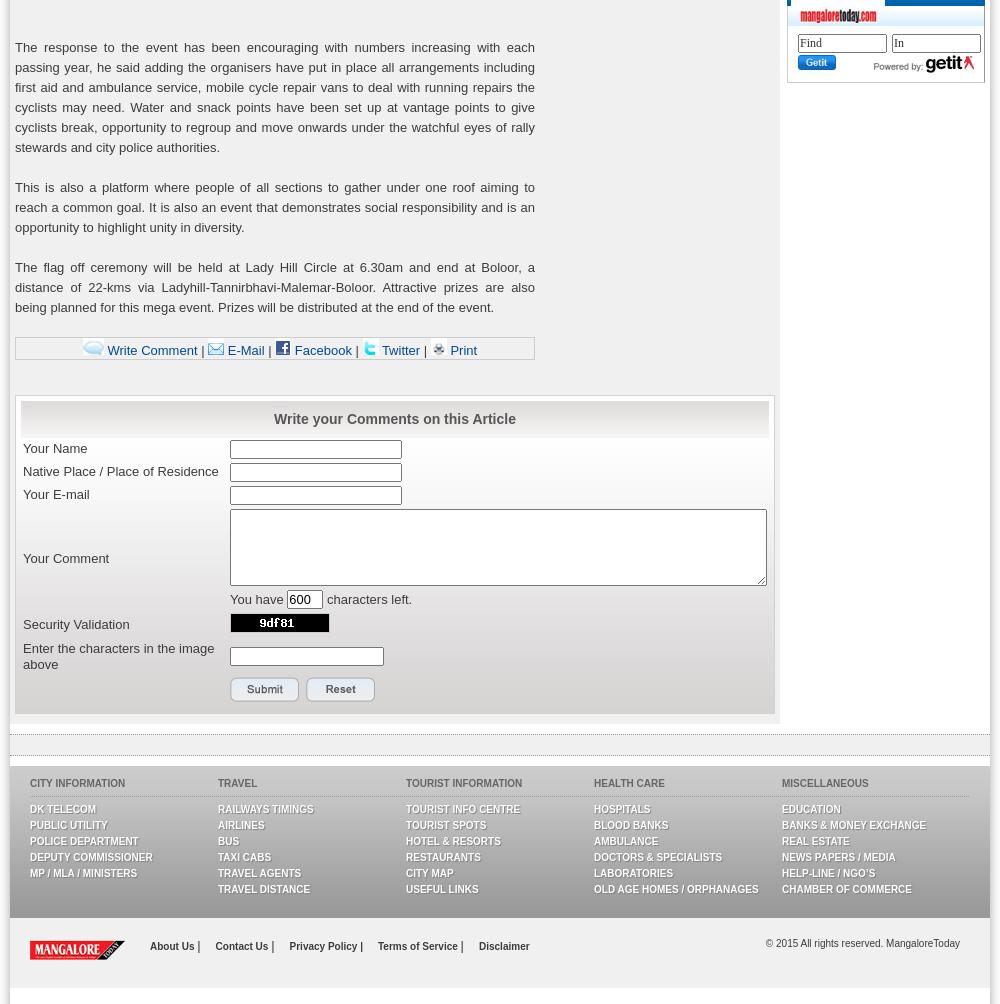  Describe the element at coordinates (418, 944) in the screenshot. I see `'Terms of Service'` at that location.